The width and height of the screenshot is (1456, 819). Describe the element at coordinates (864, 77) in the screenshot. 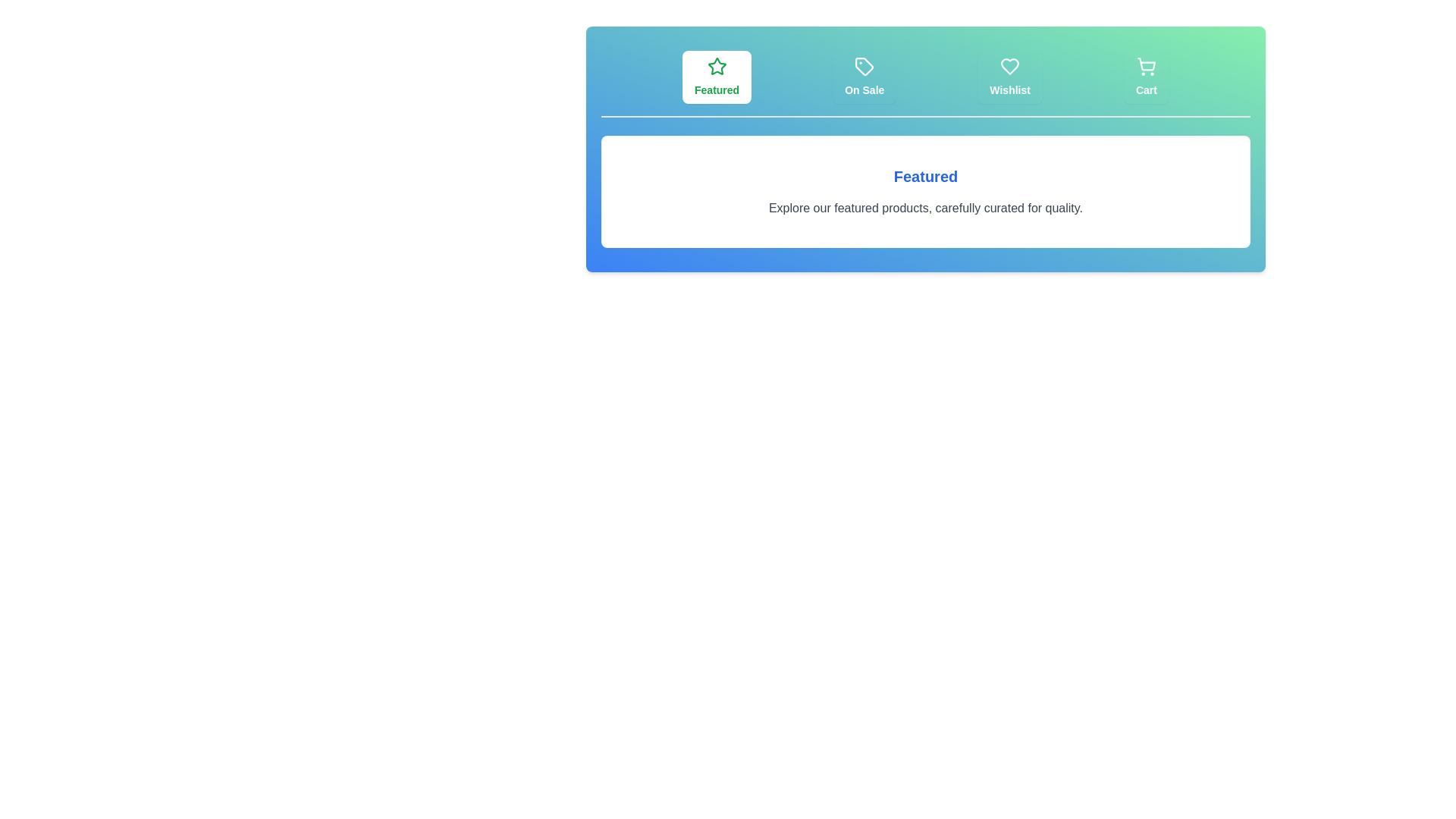

I see `the tab labeled On Sale to switch the view` at that location.